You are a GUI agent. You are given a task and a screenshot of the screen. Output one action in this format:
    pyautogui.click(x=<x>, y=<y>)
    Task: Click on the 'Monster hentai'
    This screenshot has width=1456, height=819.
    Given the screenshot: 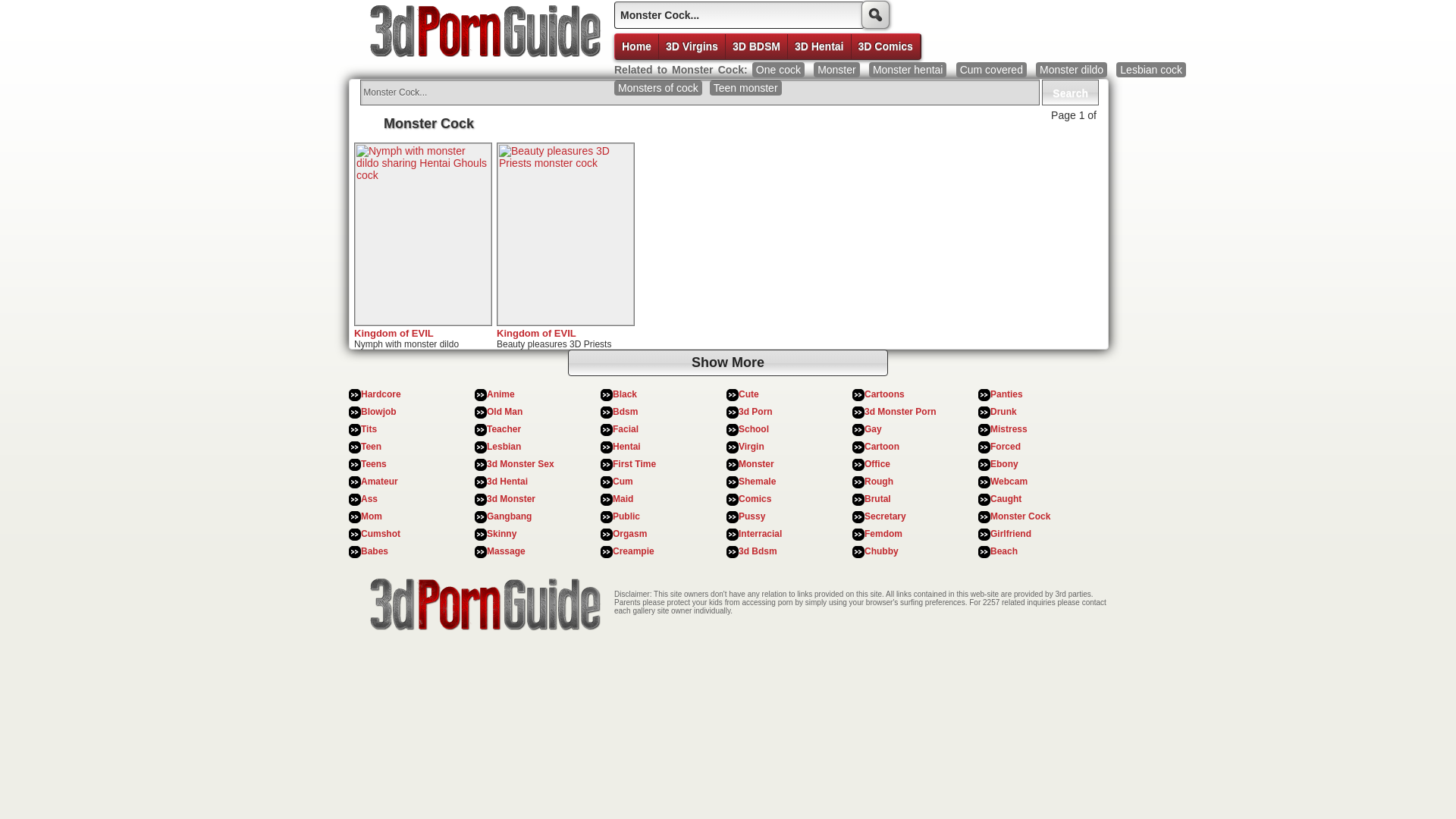 What is the action you would take?
    pyautogui.click(x=908, y=70)
    